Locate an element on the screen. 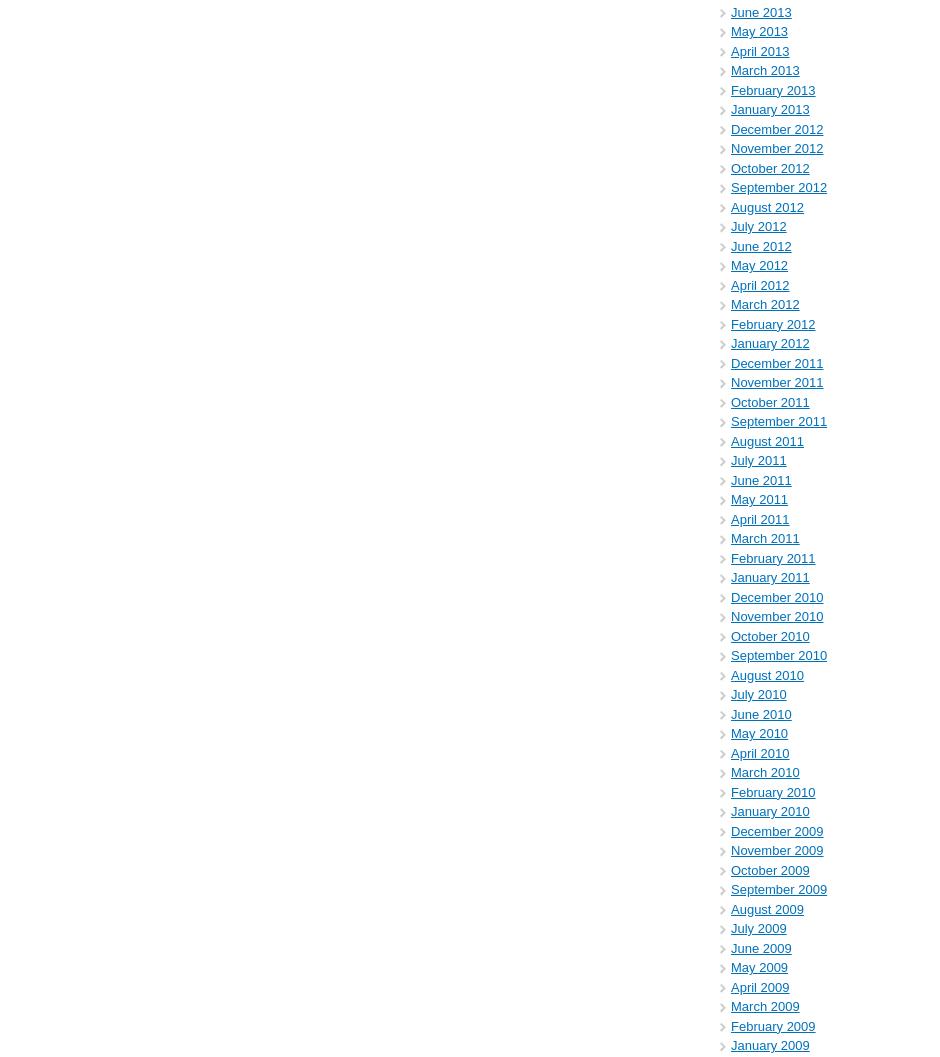 Image resolution: width=940 pixels, height=1057 pixels. 'April 2009' is located at coordinates (758, 985).